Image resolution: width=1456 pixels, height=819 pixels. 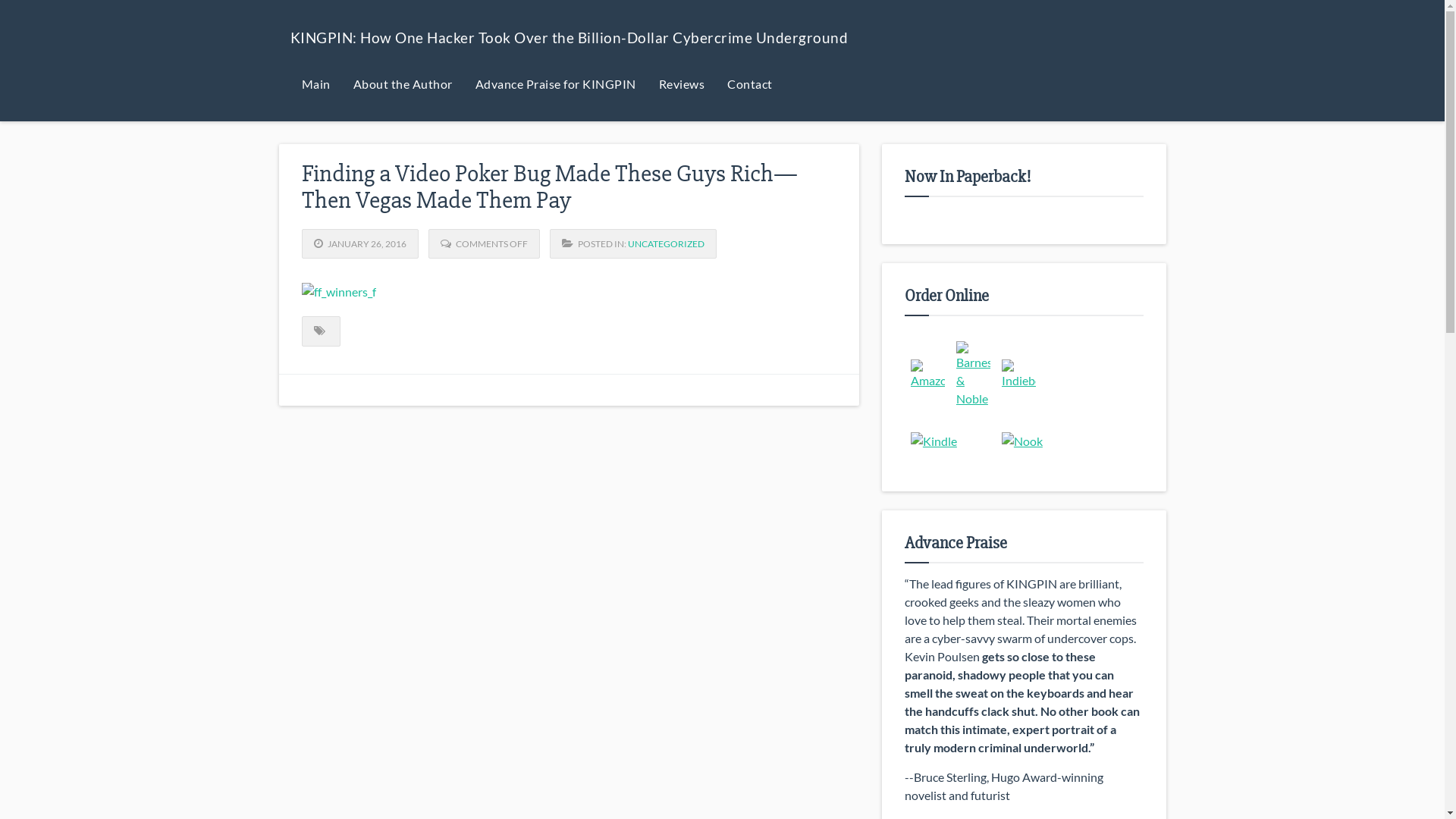 I want to click on 'Main', so click(x=315, y=83).